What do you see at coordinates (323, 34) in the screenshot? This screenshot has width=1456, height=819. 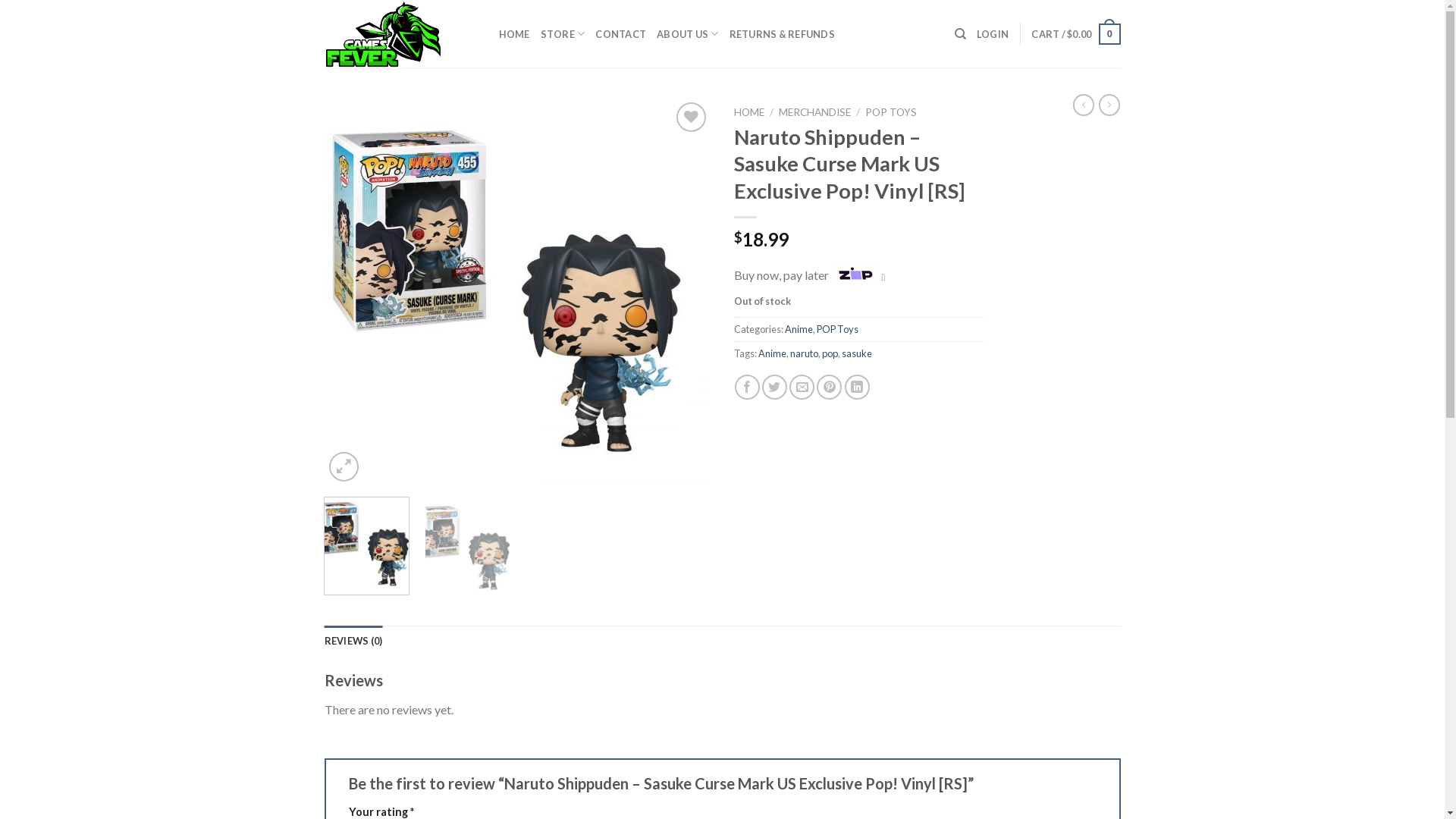 I see `'Gamesfever - Collectables, Cards, Tabletop and Figurines'` at bounding box center [323, 34].